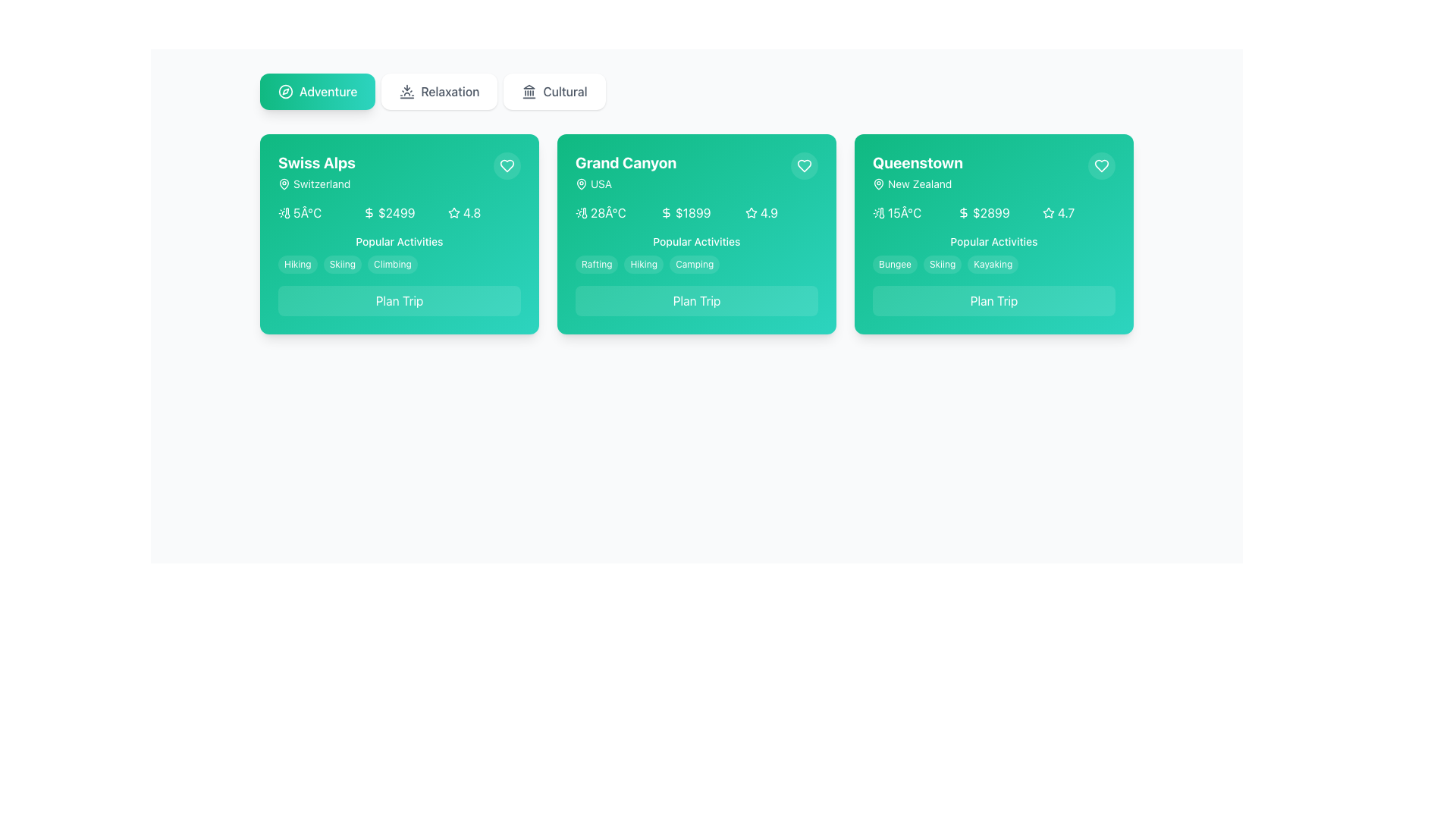 Image resolution: width=1456 pixels, height=819 pixels. Describe the element at coordinates (529, 91) in the screenshot. I see `the SVG icon representing a landmark next to the 'Cultural' text in the top navigation bar` at that location.